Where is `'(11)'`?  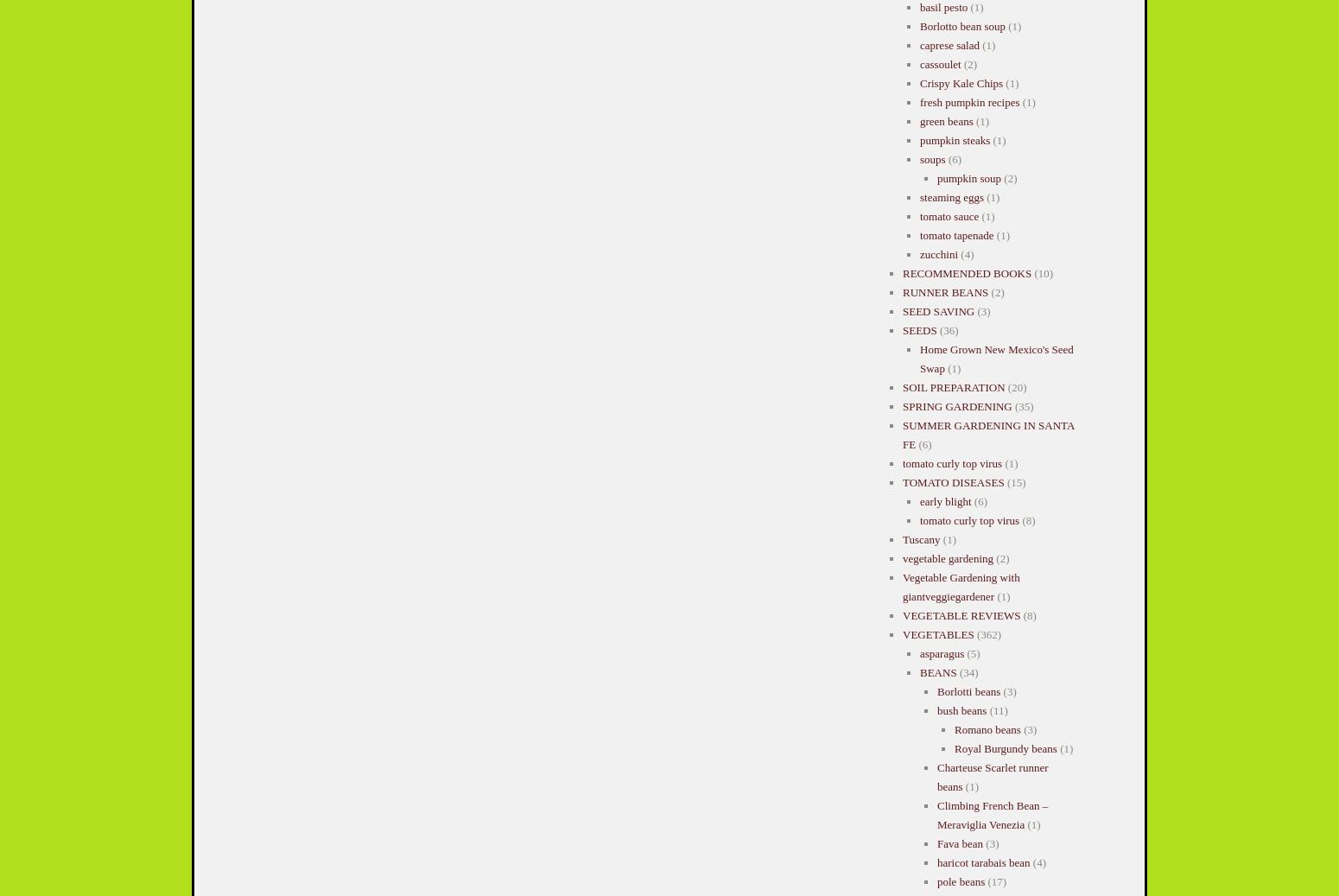 '(11)' is located at coordinates (995, 710).